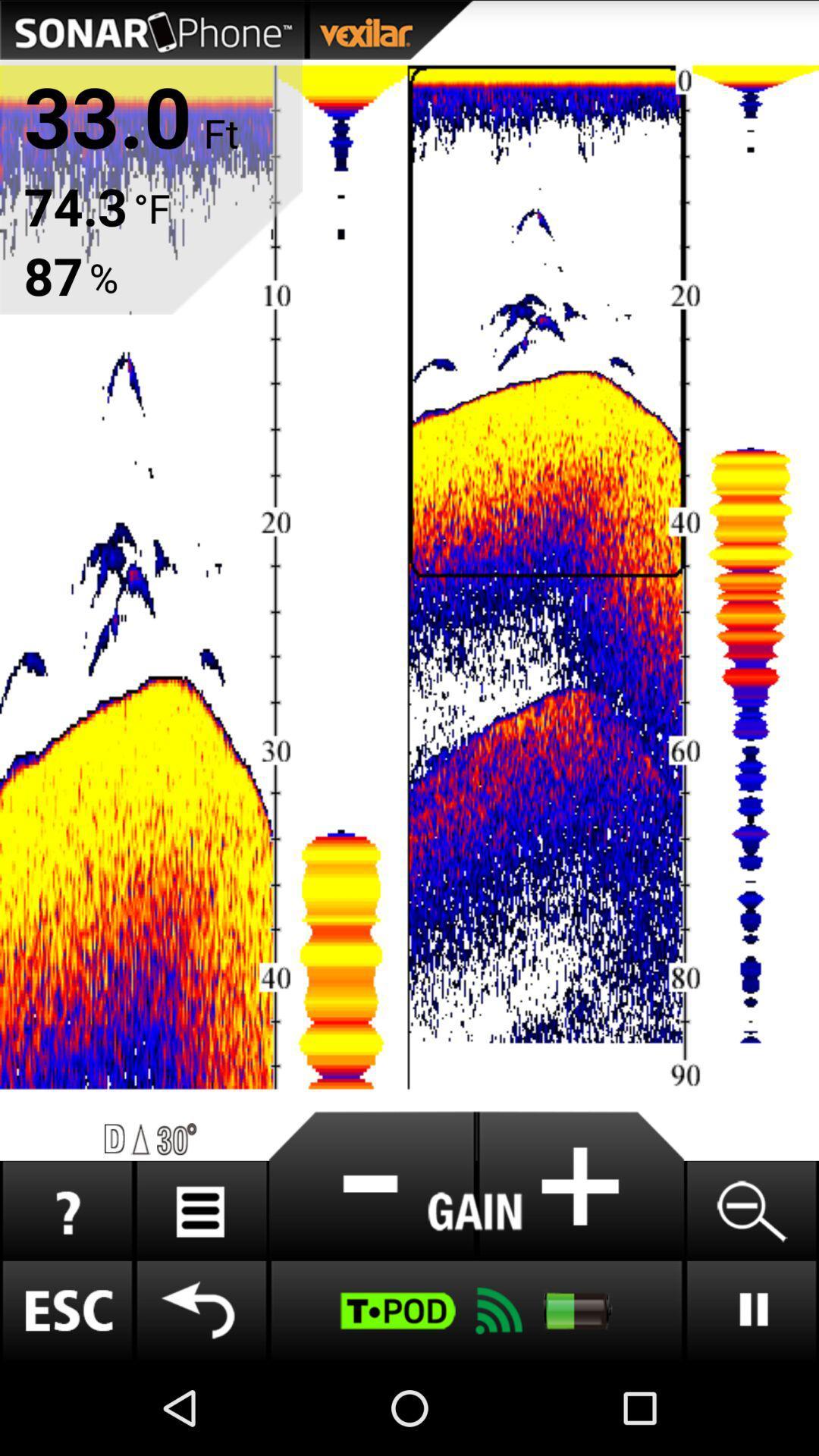 The image size is (819, 1456). Describe the element at coordinates (200, 1310) in the screenshot. I see `go back` at that location.